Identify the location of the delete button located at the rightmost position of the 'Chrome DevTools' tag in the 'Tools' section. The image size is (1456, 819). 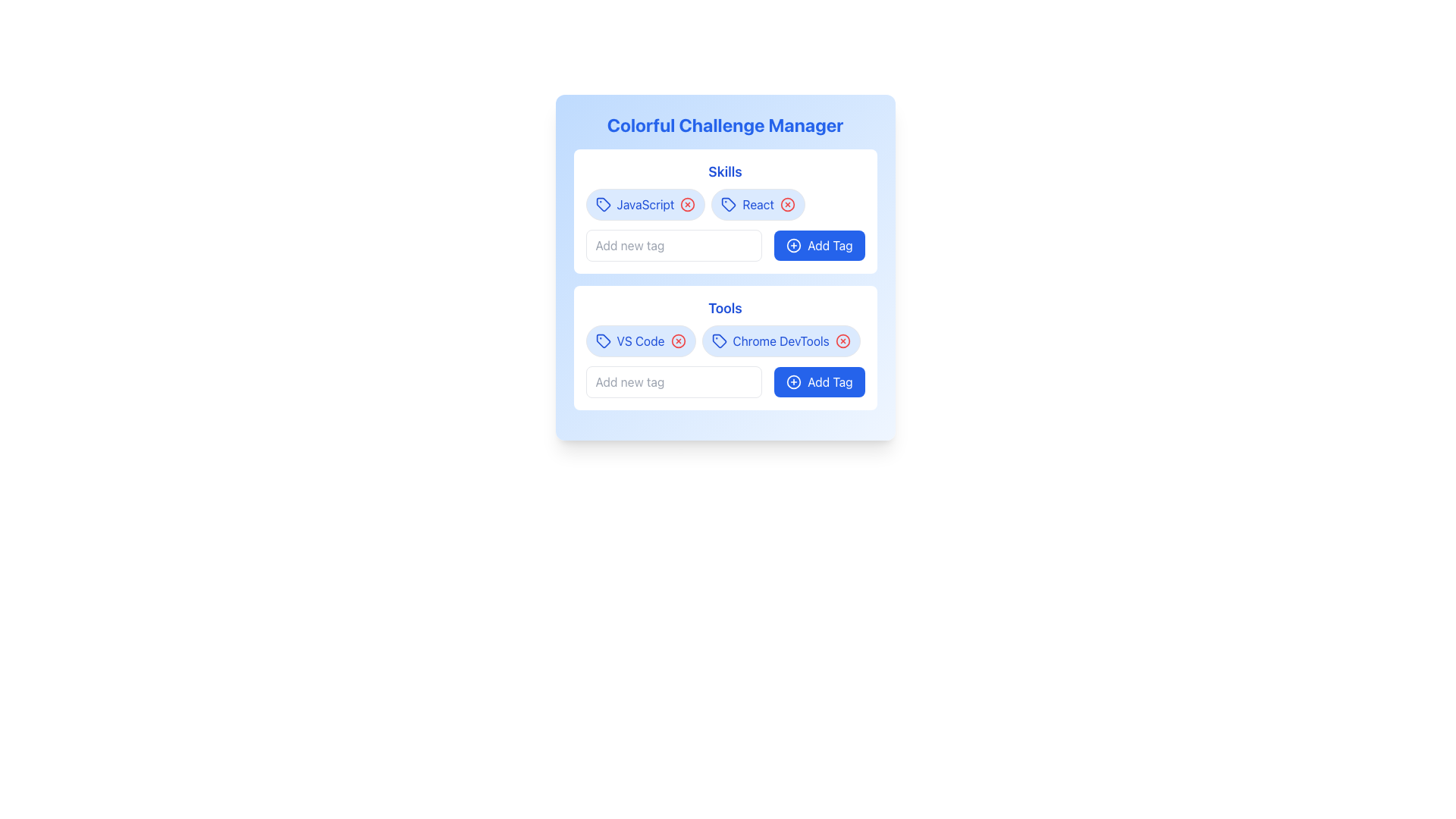
(842, 341).